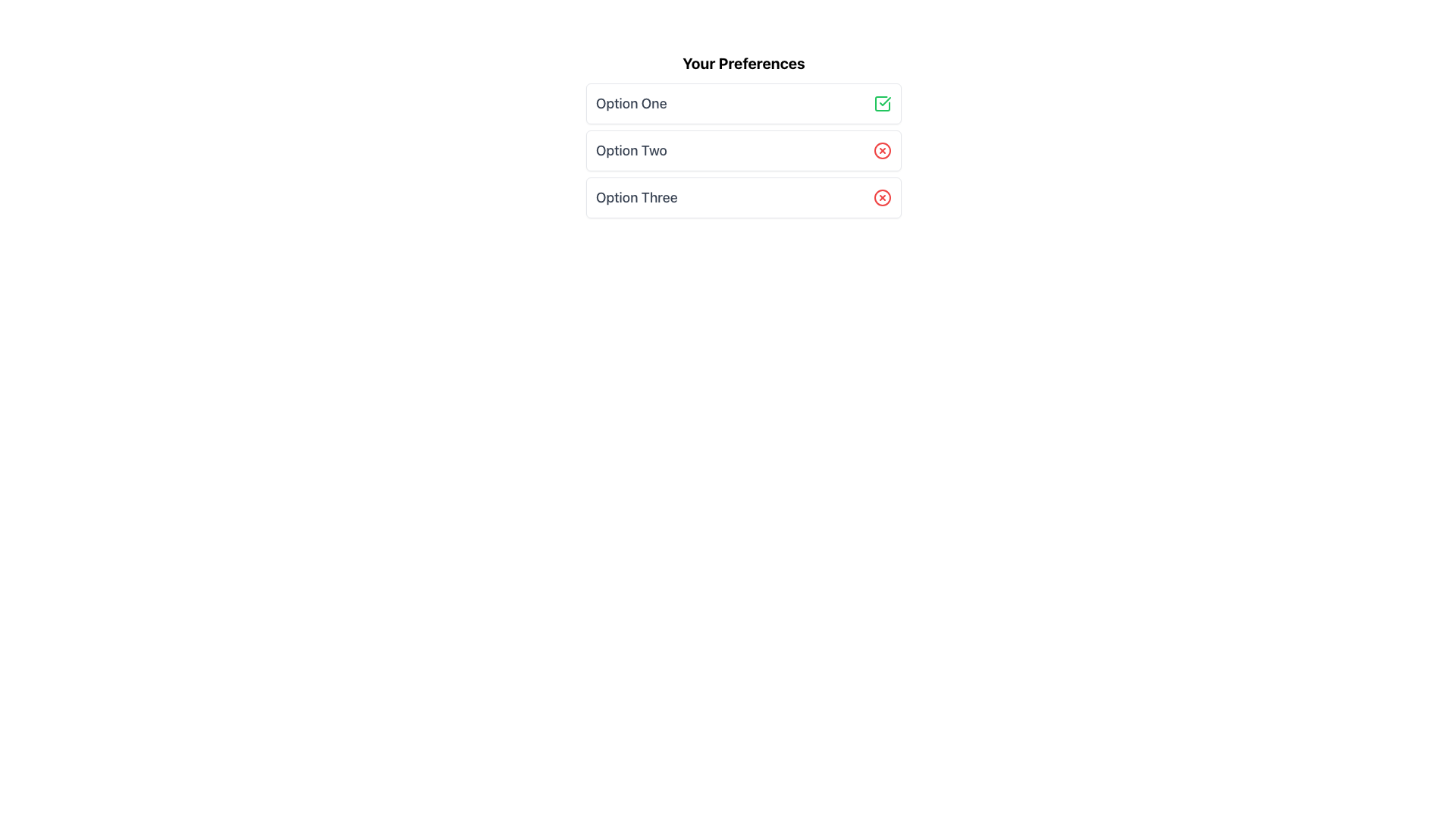  I want to click on the static text label indicating the first option in the list of selectable preferences under 'Your Preferences', so click(631, 103).